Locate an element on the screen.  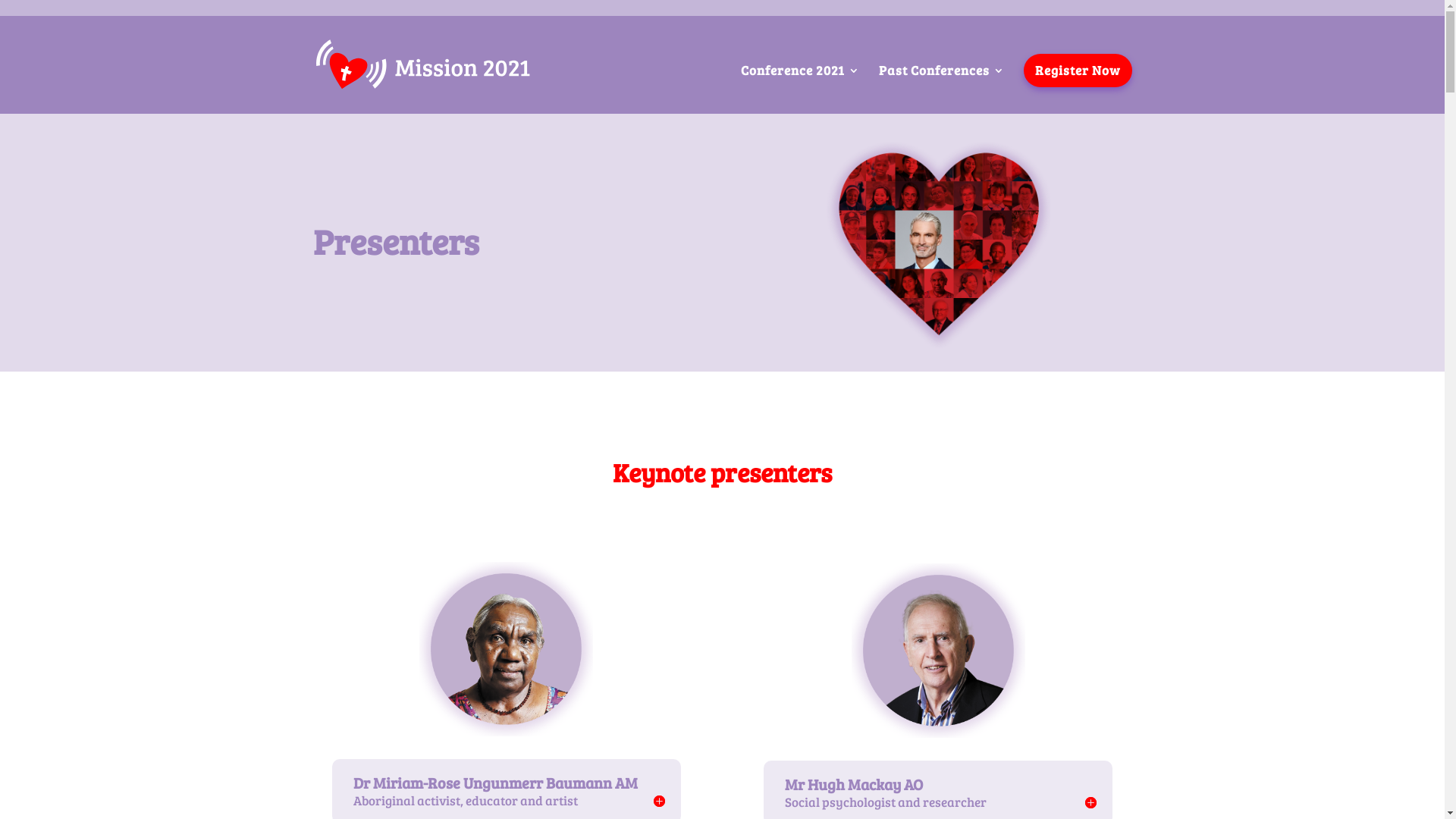
'Heart_red_craig' is located at coordinates (937, 245).